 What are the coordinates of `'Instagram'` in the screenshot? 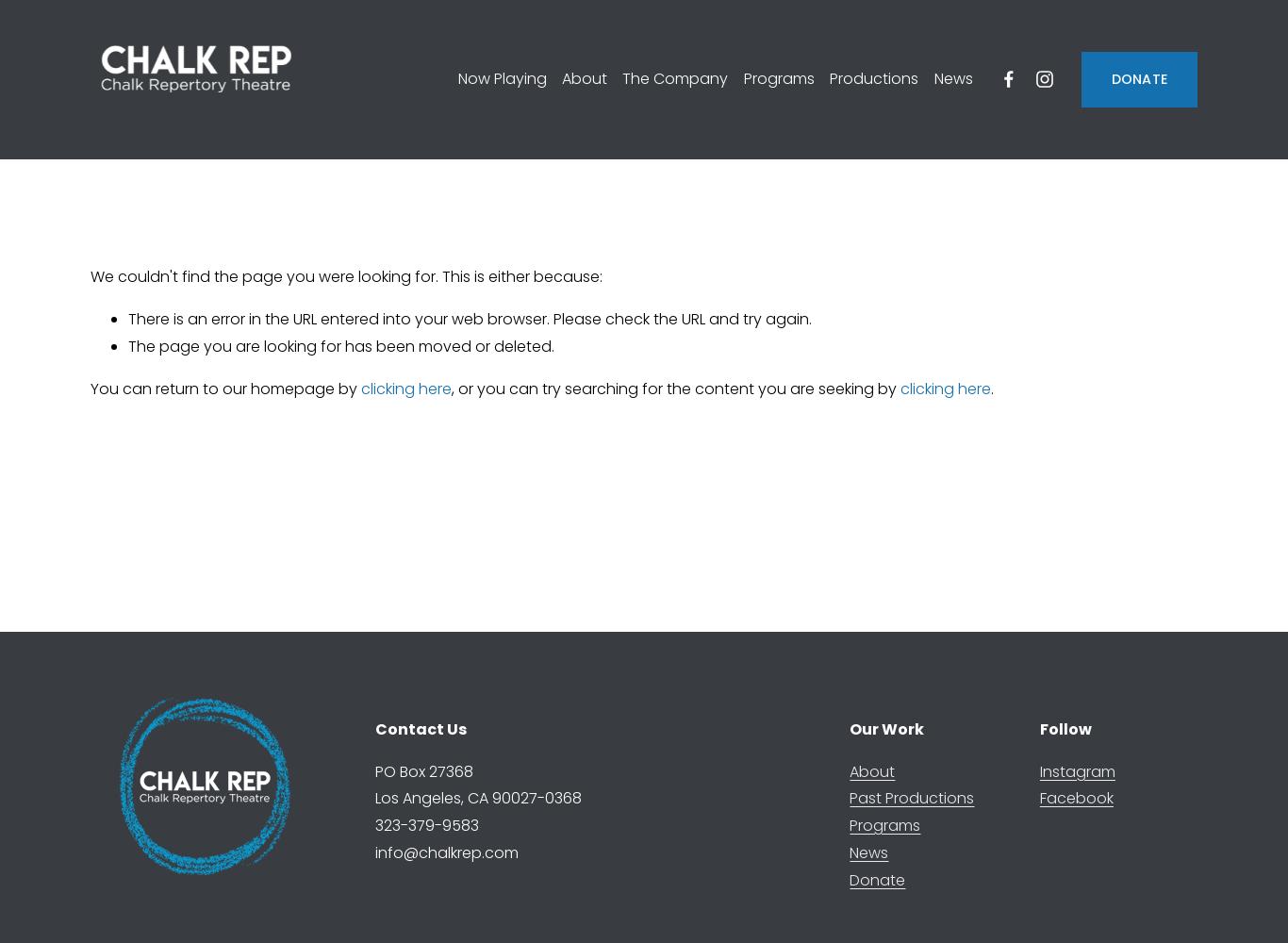 It's located at (1076, 769).